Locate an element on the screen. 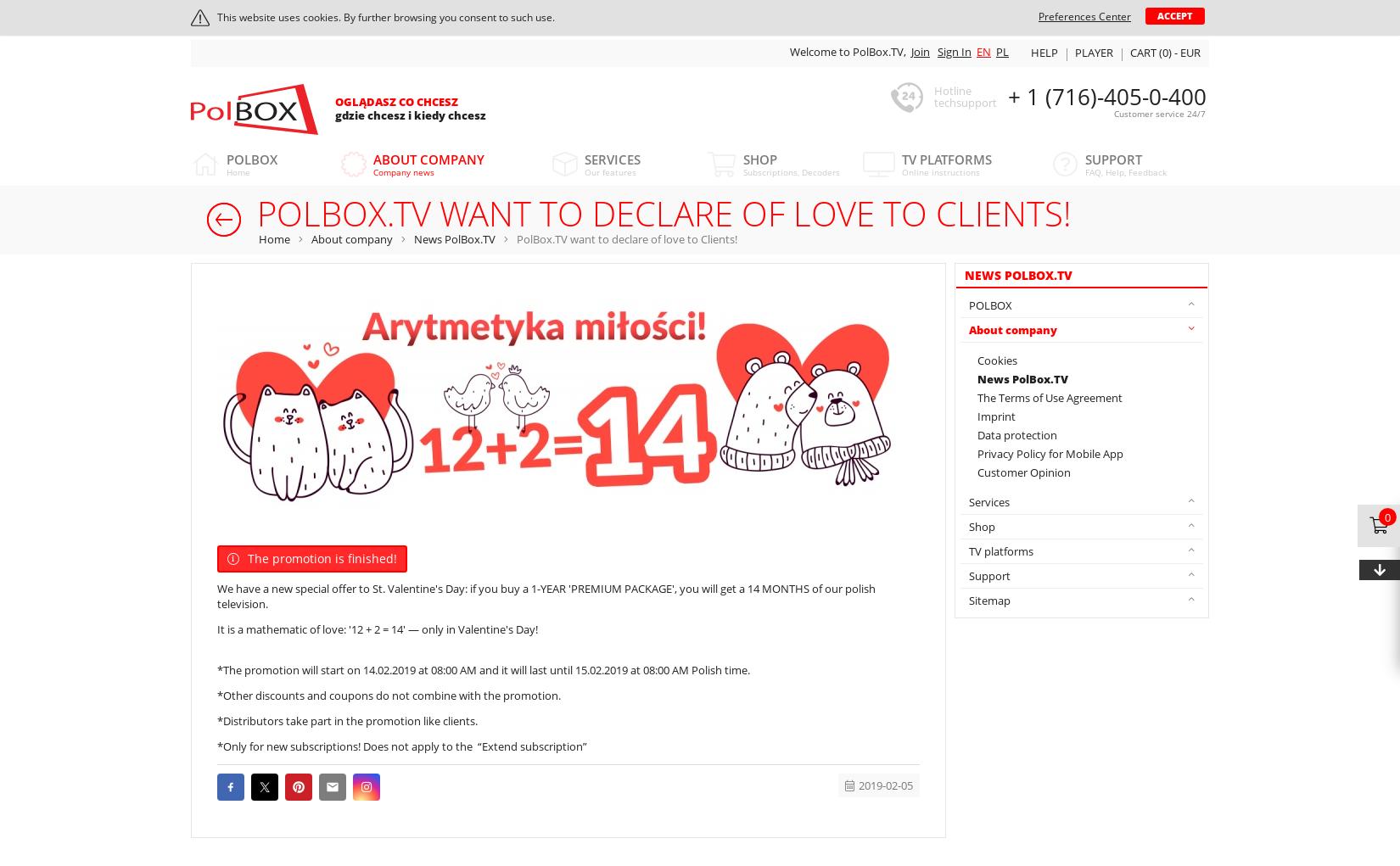 The height and width of the screenshot is (866, 1400). 'FAQ, Help, Feedback' is located at coordinates (1123, 171).